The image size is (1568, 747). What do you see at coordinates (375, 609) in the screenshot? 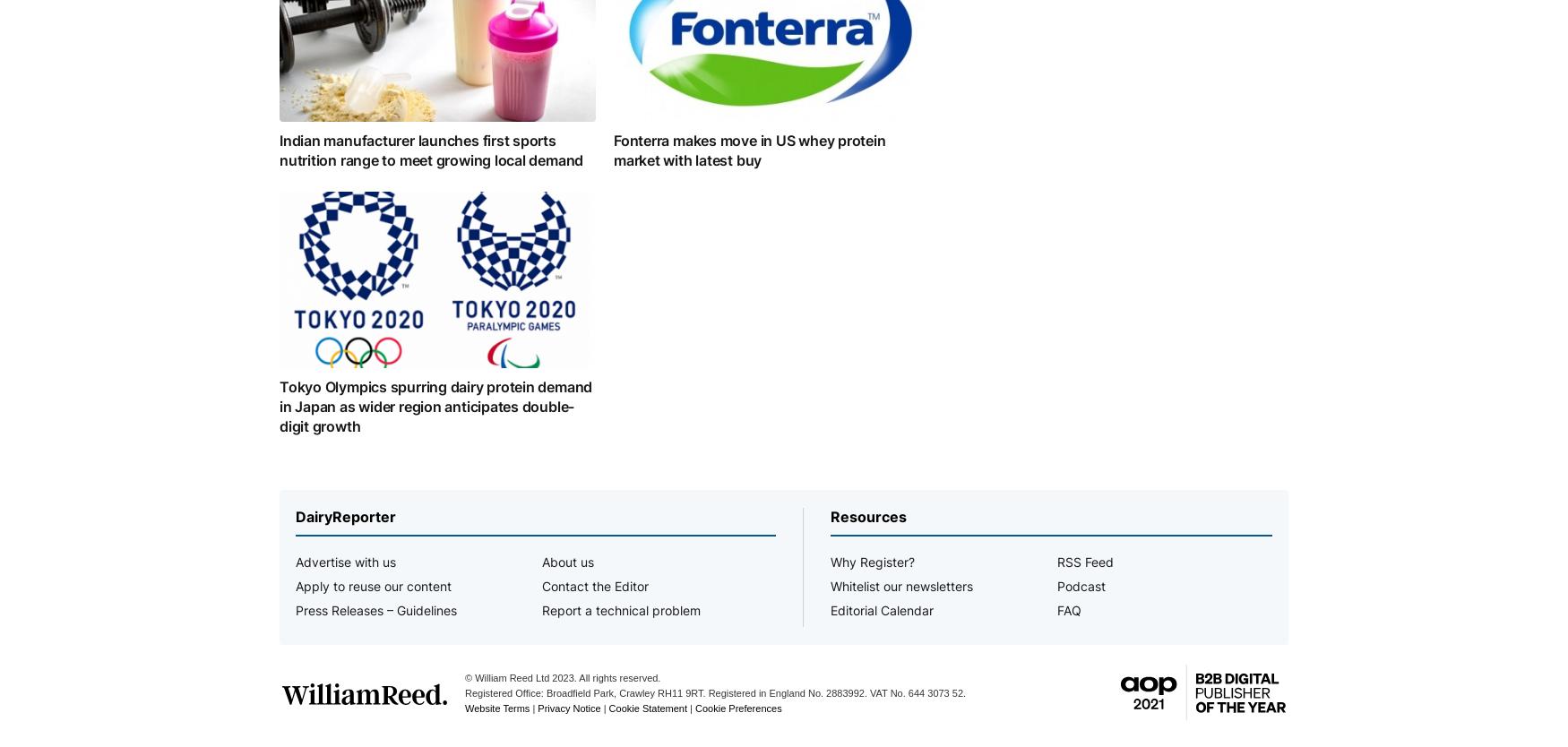
I see `'Press Releases – Guidelines'` at bounding box center [375, 609].